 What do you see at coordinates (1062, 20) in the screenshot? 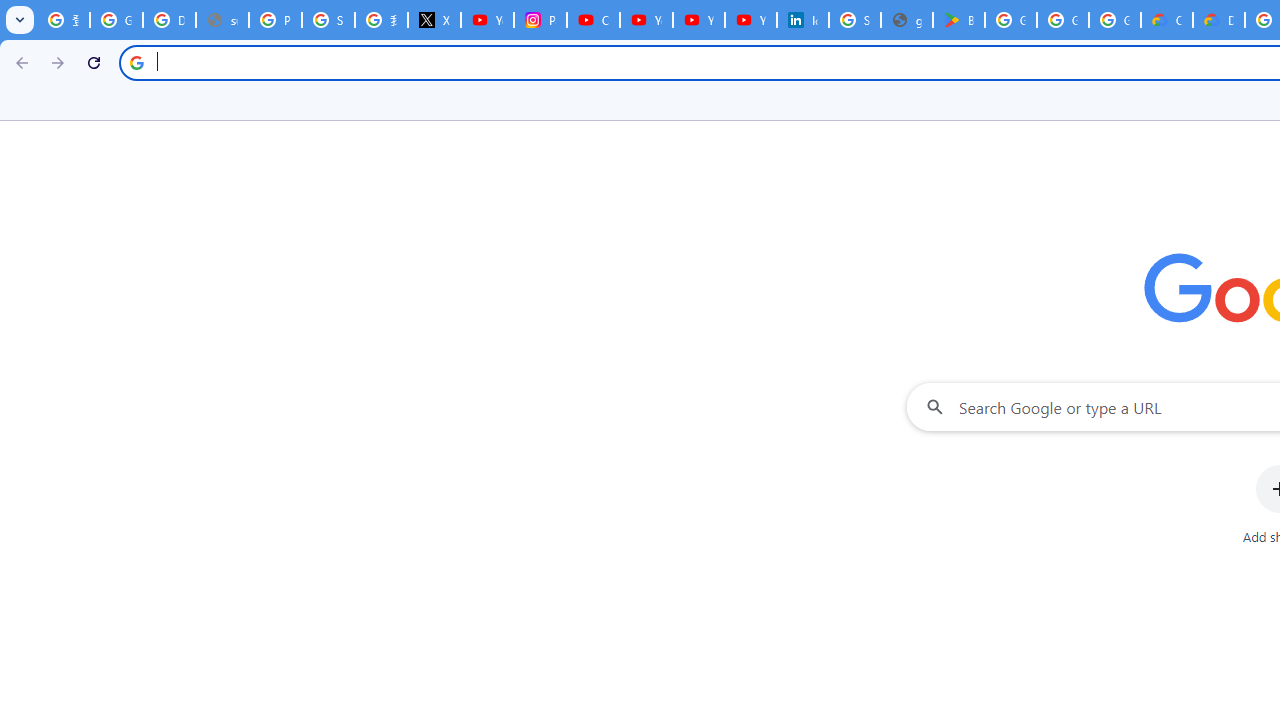
I see `'Google Workspace - Specific Terms'` at bounding box center [1062, 20].